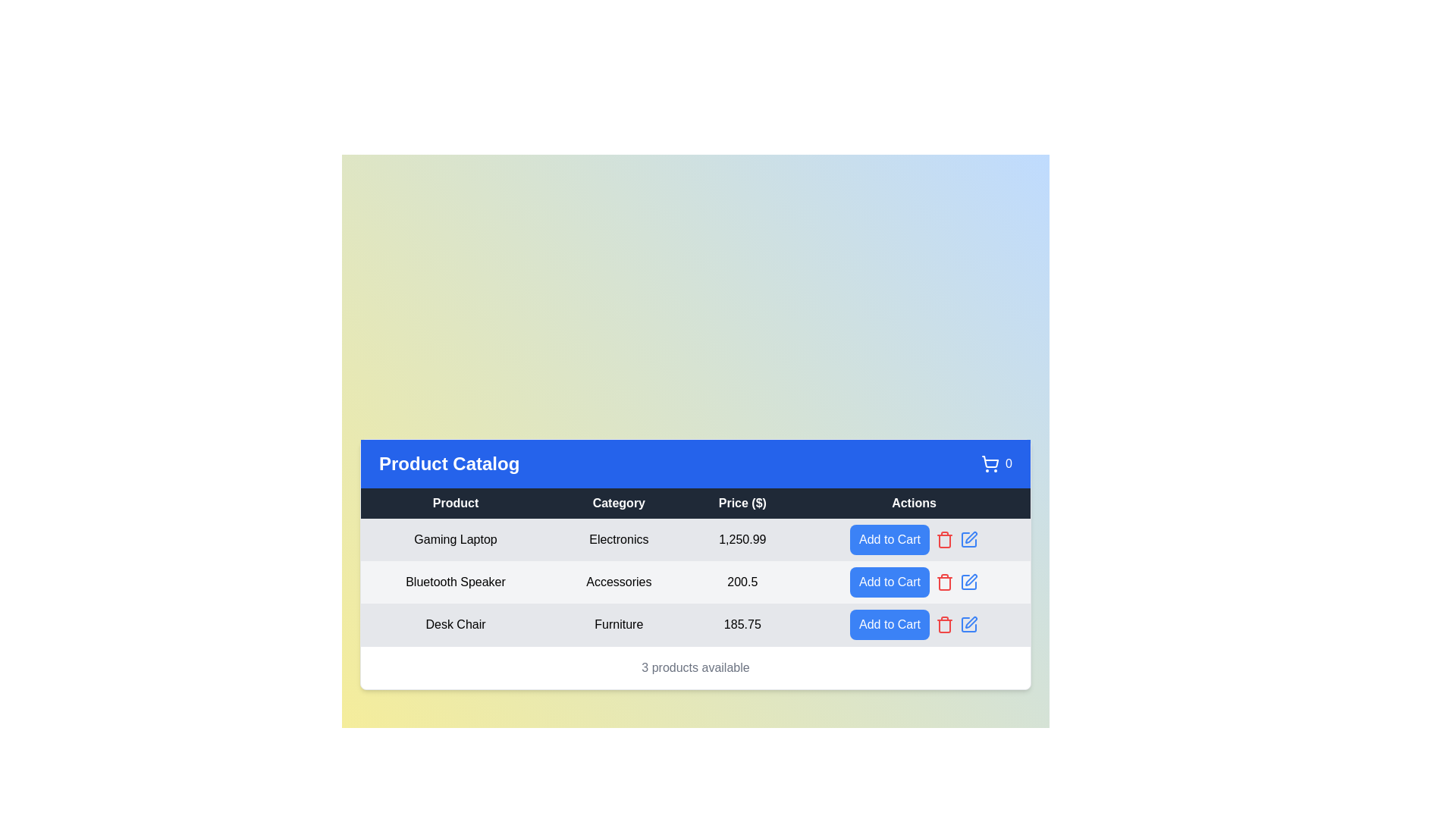  Describe the element at coordinates (742, 581) in the screenshot. I see `the Text label displaying the price '200.5' for the item in the second row of the table under the 'Price ($)' column, which is aligned with 'Bluetooth Speaker'` at that location.